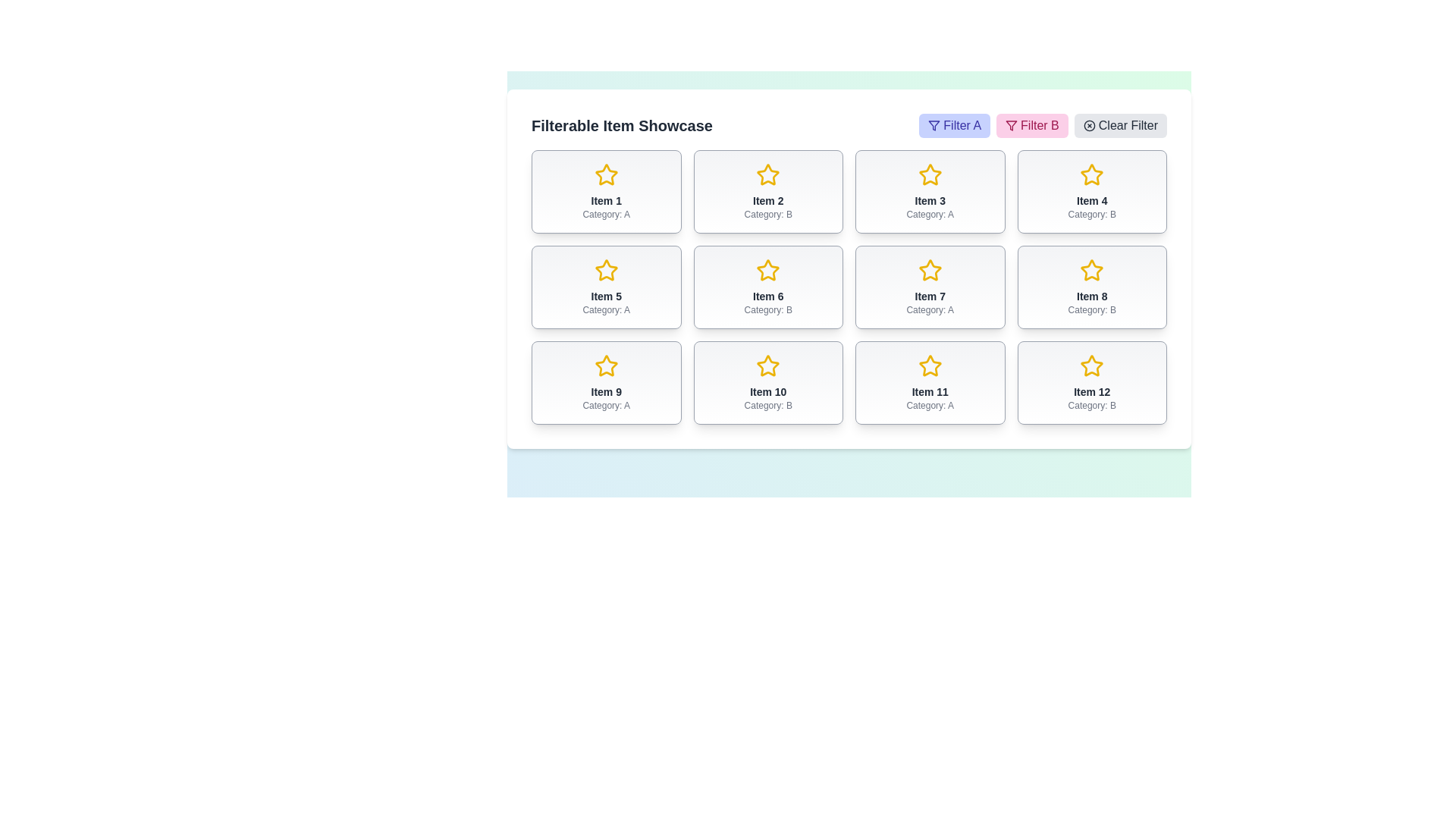 The height and width of the screenshot is (819, 1456). What do you see at coordinates (605, 366) in the screenshot?
I see `the star SVG graphical element located in the lower left card labeled 'Item 9', which serves as a decorative or interactive rating representation` at bounding box center [605, 366].